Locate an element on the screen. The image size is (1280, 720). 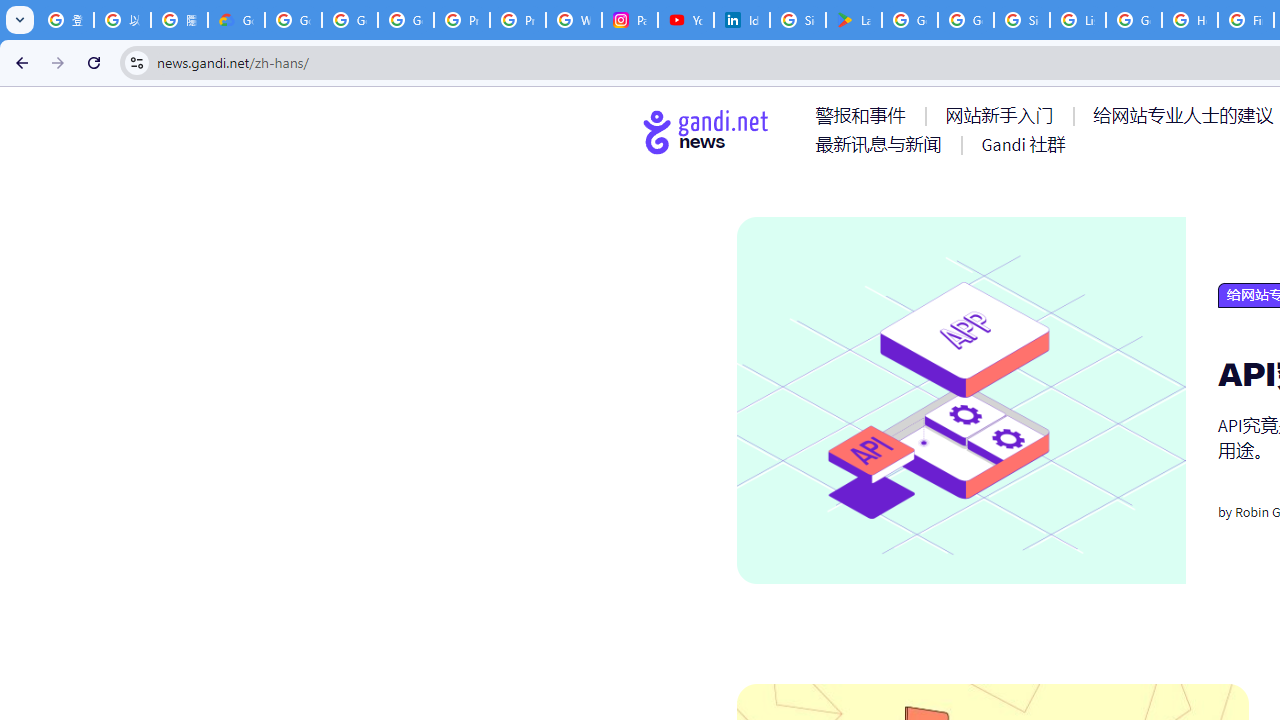
'Last Shelter: Survival - Apps on Google Play' is located at coordinates (853, 20).